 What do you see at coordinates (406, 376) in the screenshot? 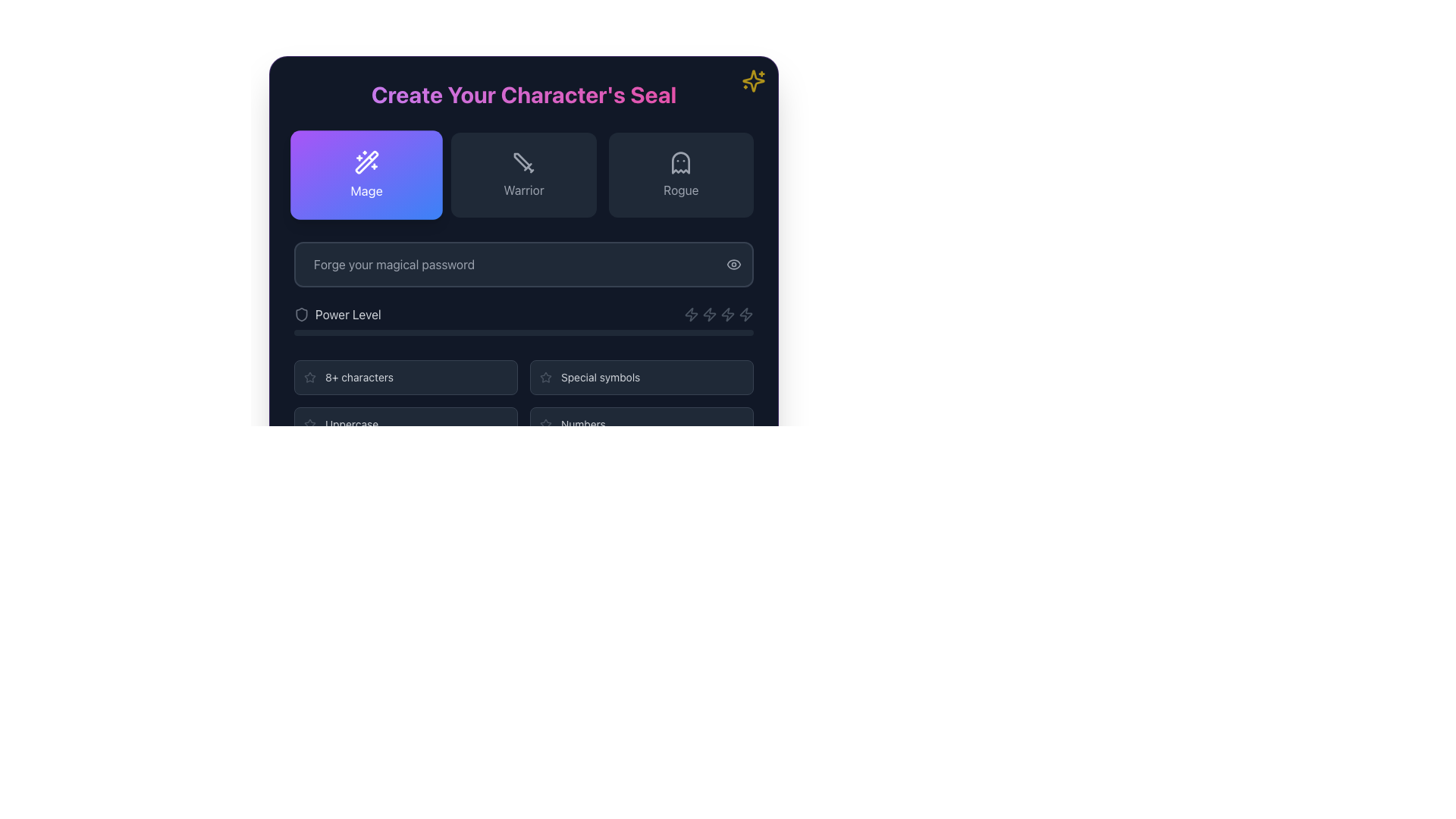
I see `the password requirement indicator box that displays the message about needing at least 8 characters, located in the first row and first column of the grid layout` at bounding box center [406, 376].